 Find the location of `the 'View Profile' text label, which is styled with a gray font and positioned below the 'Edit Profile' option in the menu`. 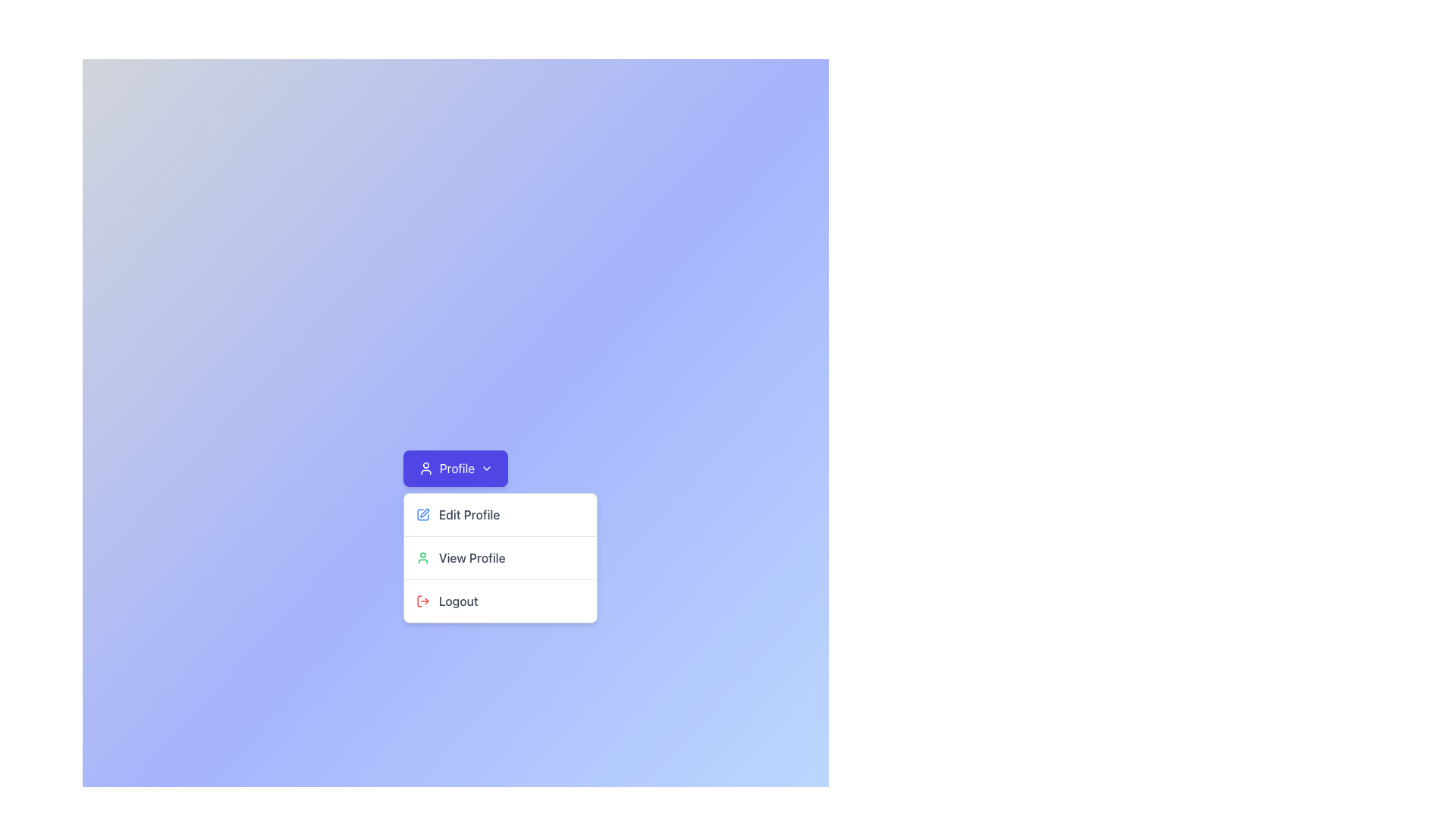

the 'View Profile' text label, which is styled with a gray font and positioned below the 'Edit Profile' option in the menu is located at coordinates (471, 558).